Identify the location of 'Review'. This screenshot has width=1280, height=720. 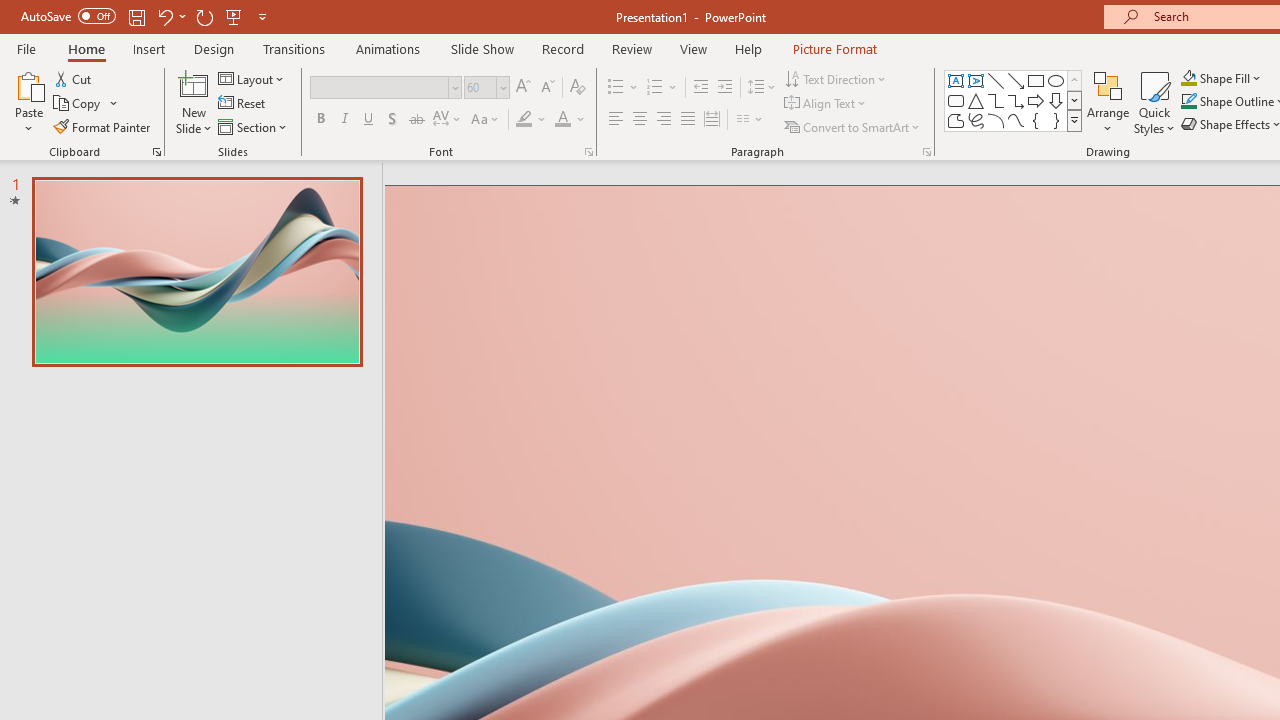
(630, 48).